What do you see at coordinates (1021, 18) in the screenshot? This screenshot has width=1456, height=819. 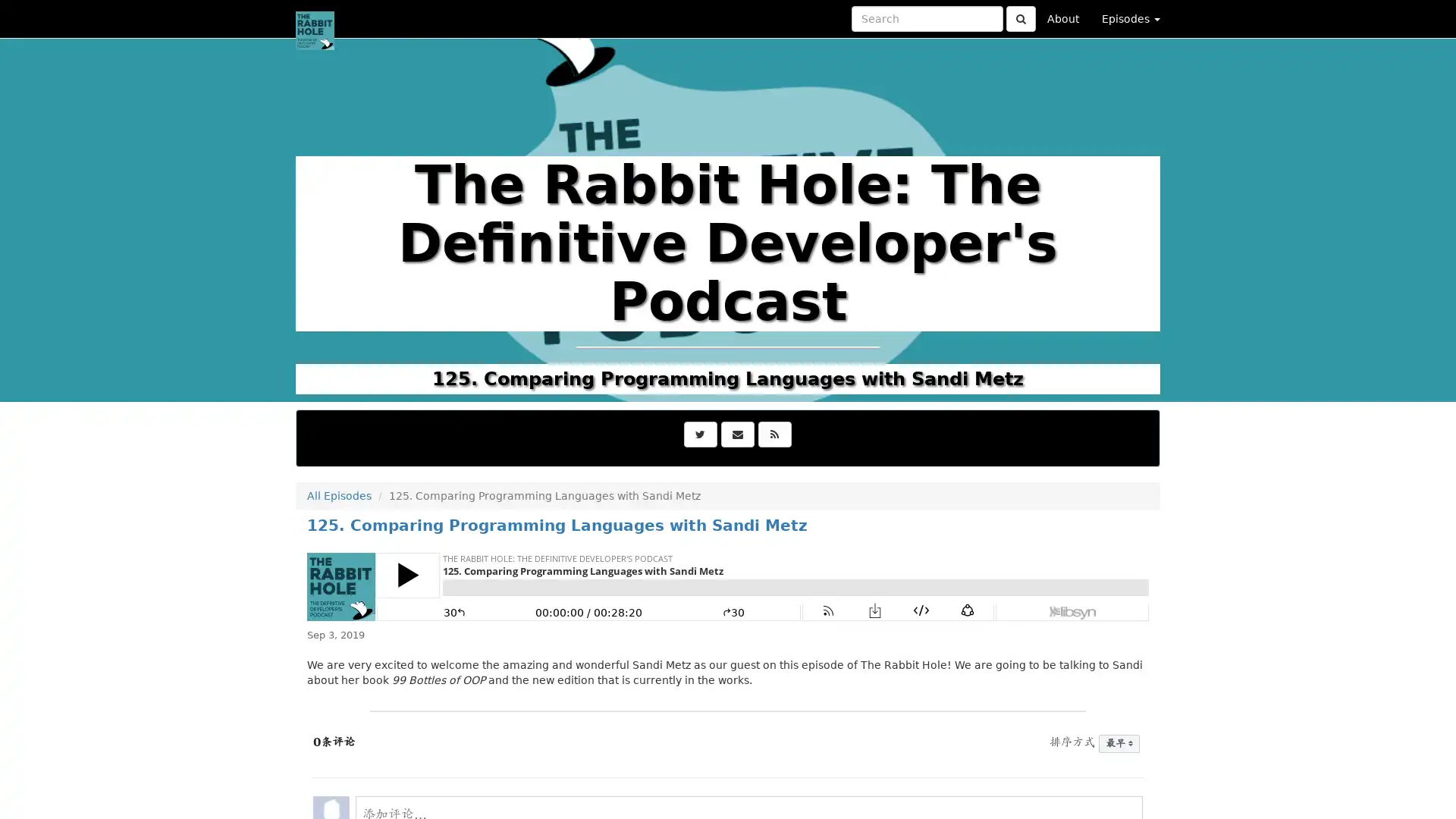 I see `Click to submit search` at bounding box center [1021, 18].